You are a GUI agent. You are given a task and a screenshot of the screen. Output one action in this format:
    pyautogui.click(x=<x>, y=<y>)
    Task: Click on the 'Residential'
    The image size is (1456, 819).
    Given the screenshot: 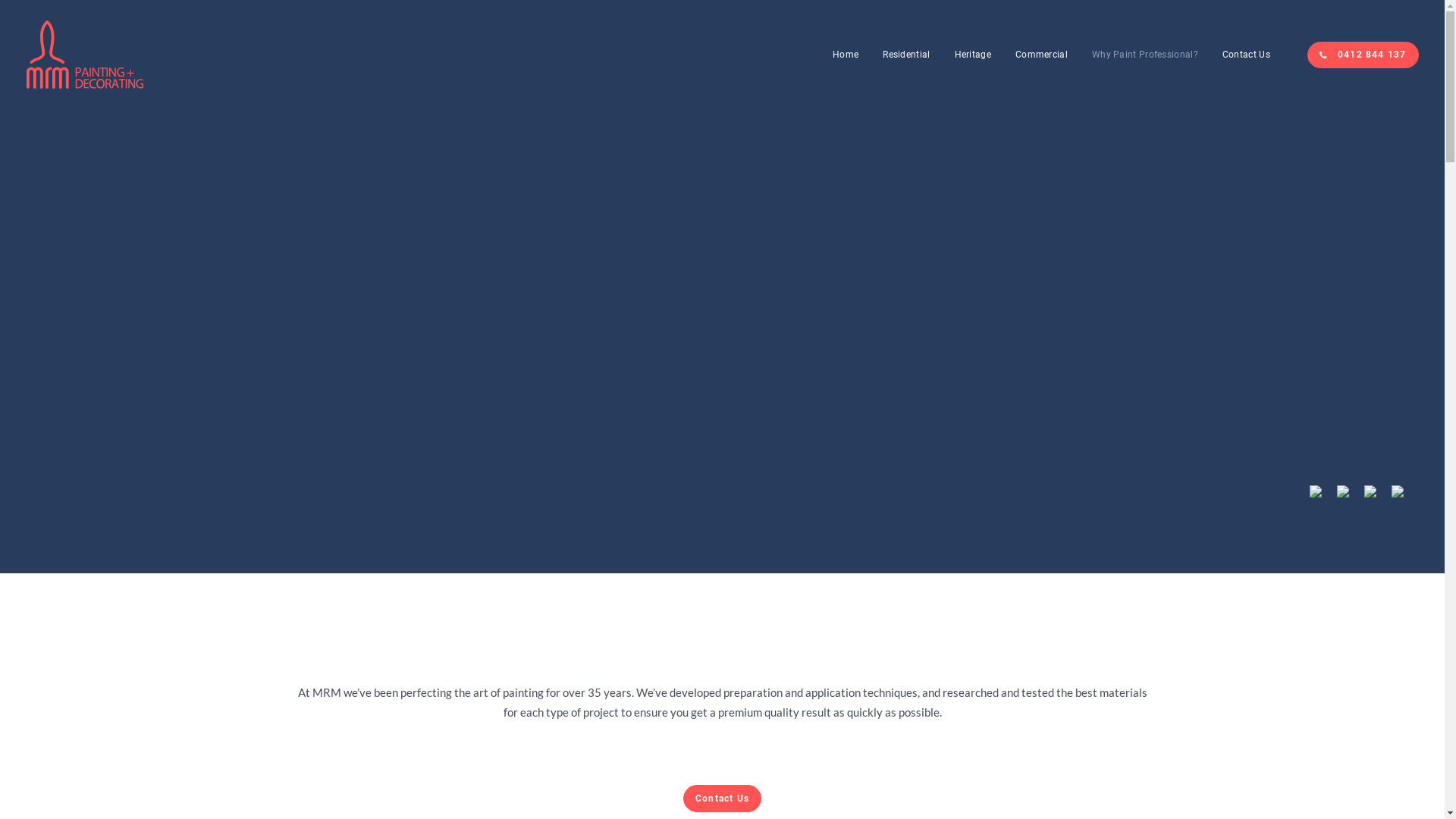 What is the action you would take?
    pyautogui.click(x=872, y=54)
    